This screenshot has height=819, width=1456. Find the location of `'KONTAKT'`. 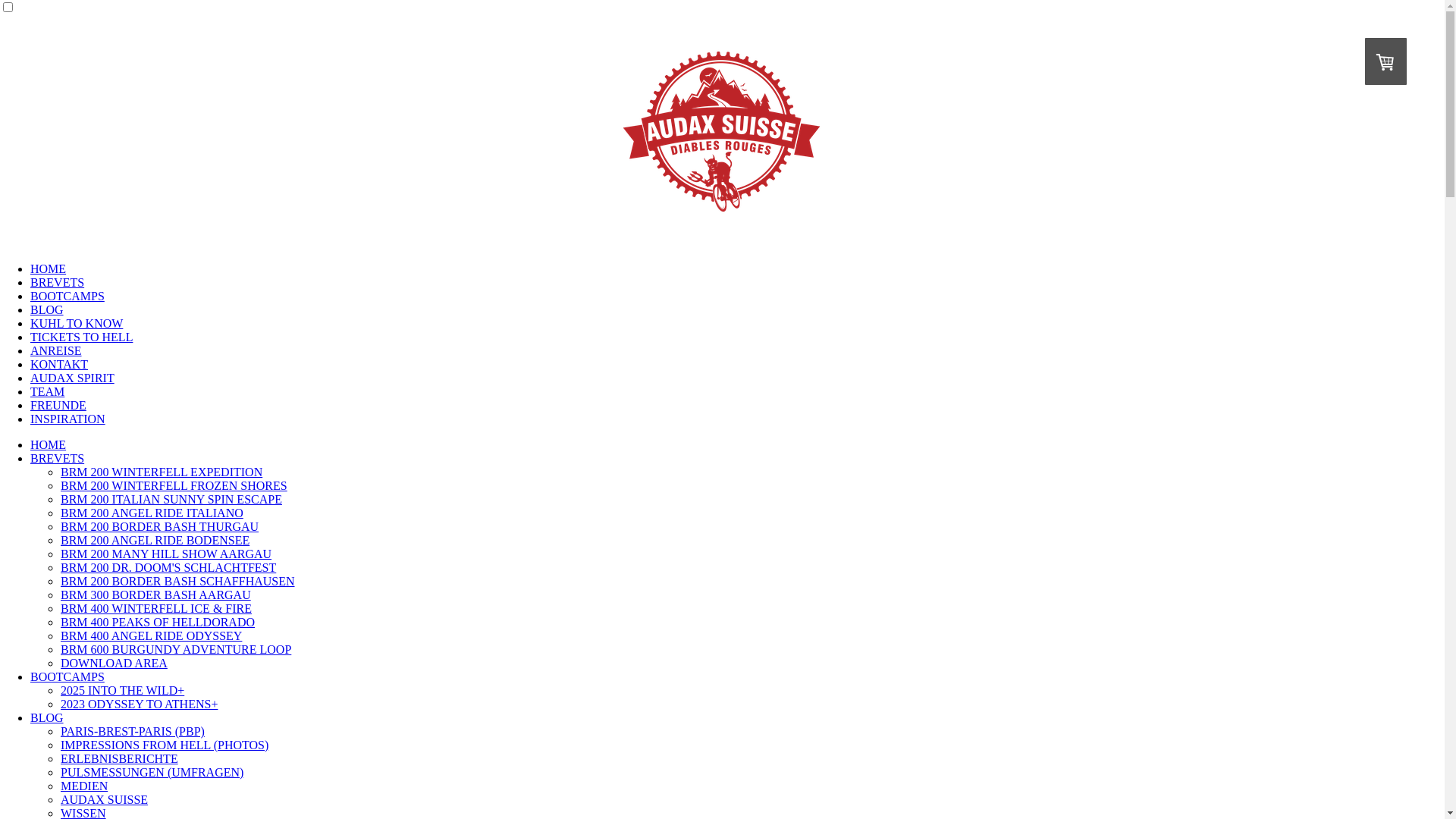

'KONTAKT' is located at coordinates (58, 364).